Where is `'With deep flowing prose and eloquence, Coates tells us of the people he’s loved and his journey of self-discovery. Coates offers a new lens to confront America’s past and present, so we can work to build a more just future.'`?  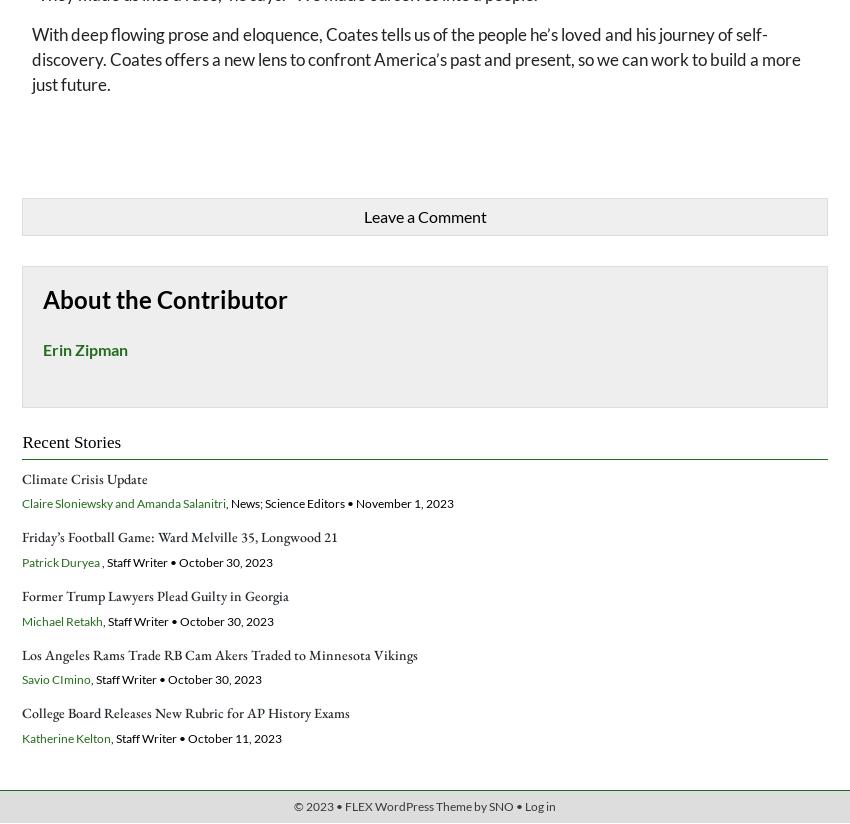
'With deep flowing prose and eloquence, Coates tells us of the people he’s loved and his journey of self-discovery. Coates offers a new lens to confront America’s past and present, so we can work to build a more just future.' is located at coordinates (416, 58).